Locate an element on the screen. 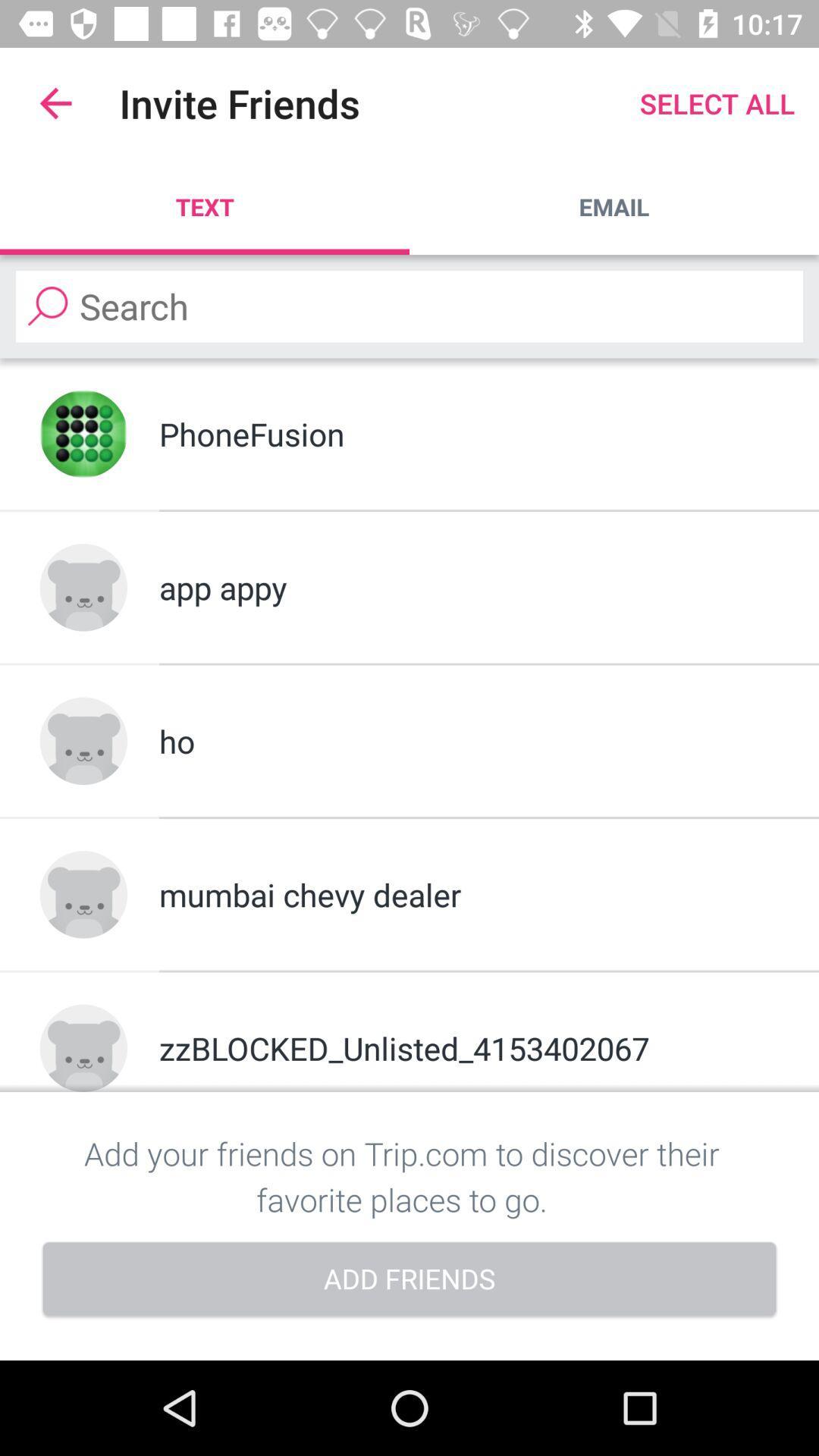 The height and width of the screenshot is (1456, 819). search friends is located at coordinates (409, 306).